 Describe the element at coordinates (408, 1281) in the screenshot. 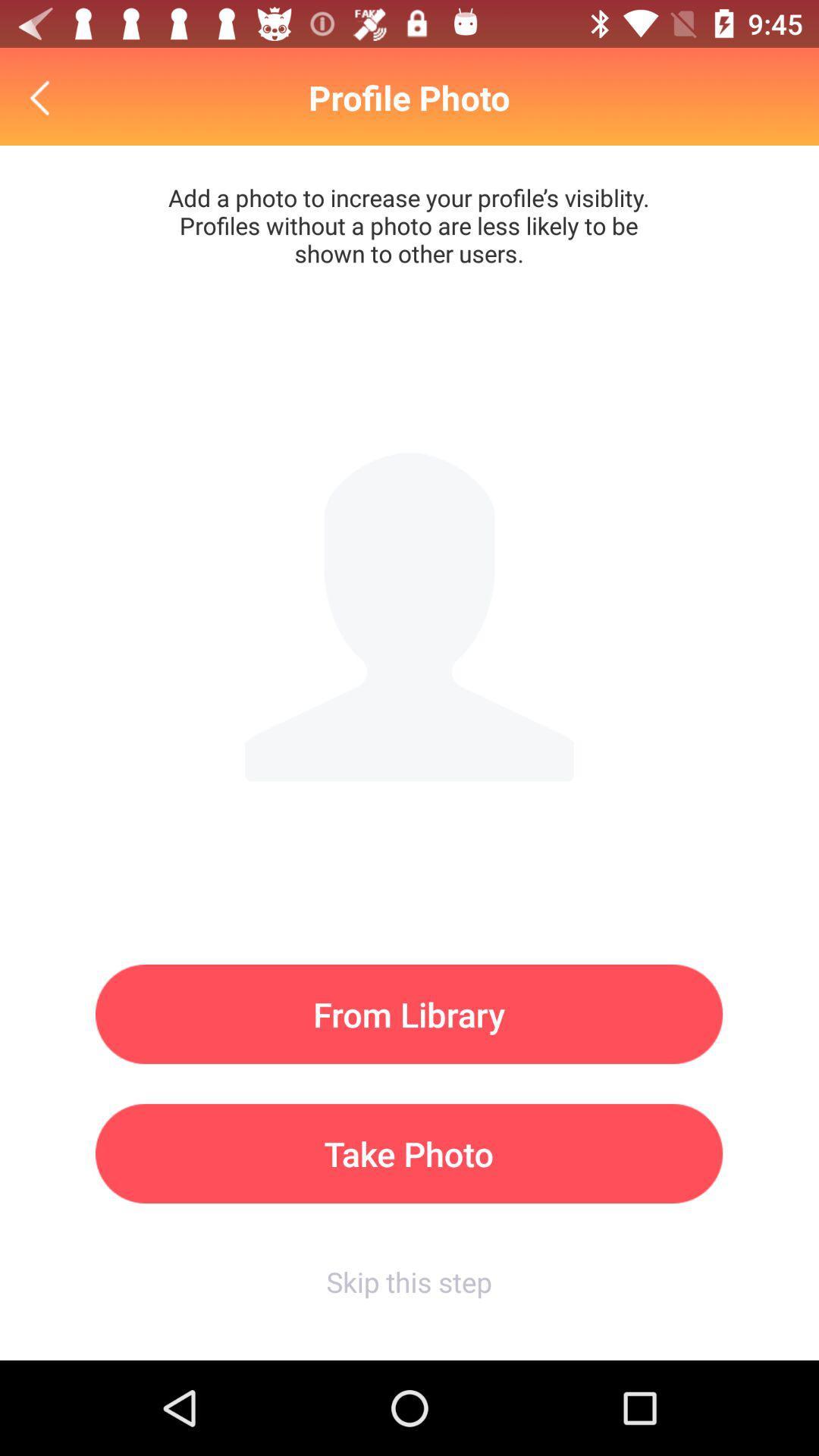

I see `the skip this step` at that location.